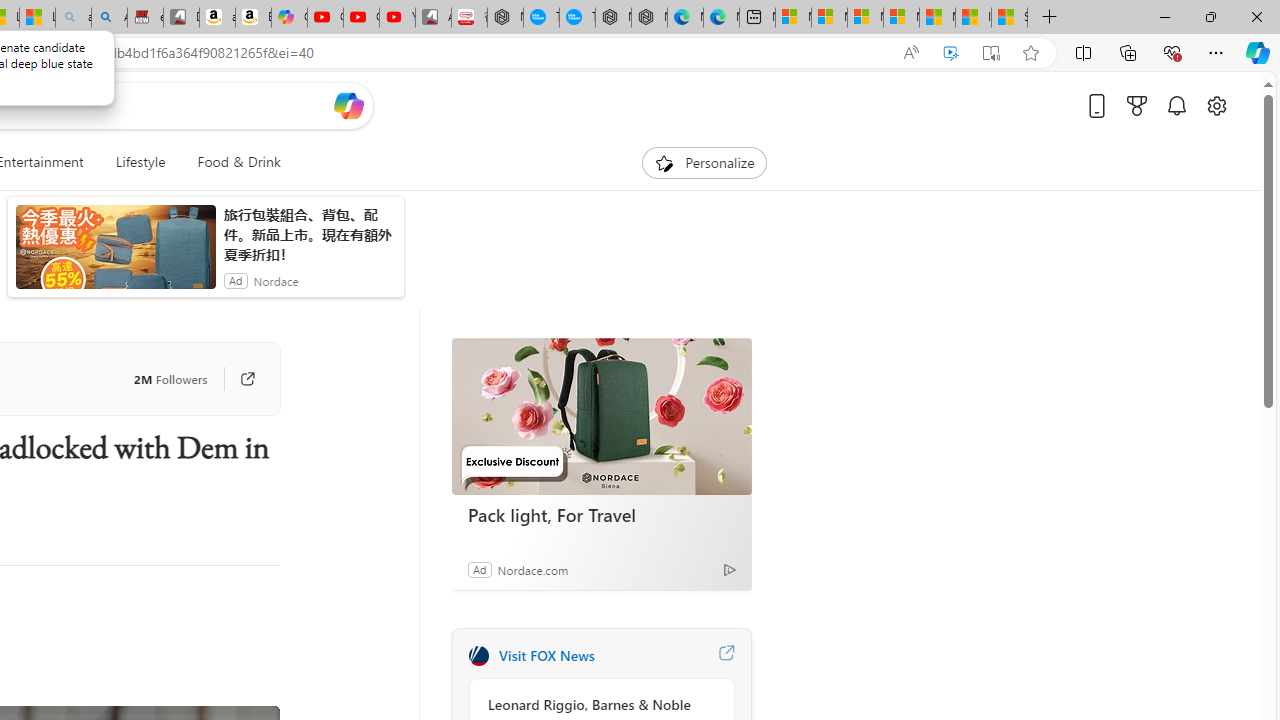  I want to click on 'Microsoft rewards', so click(1137, 105).